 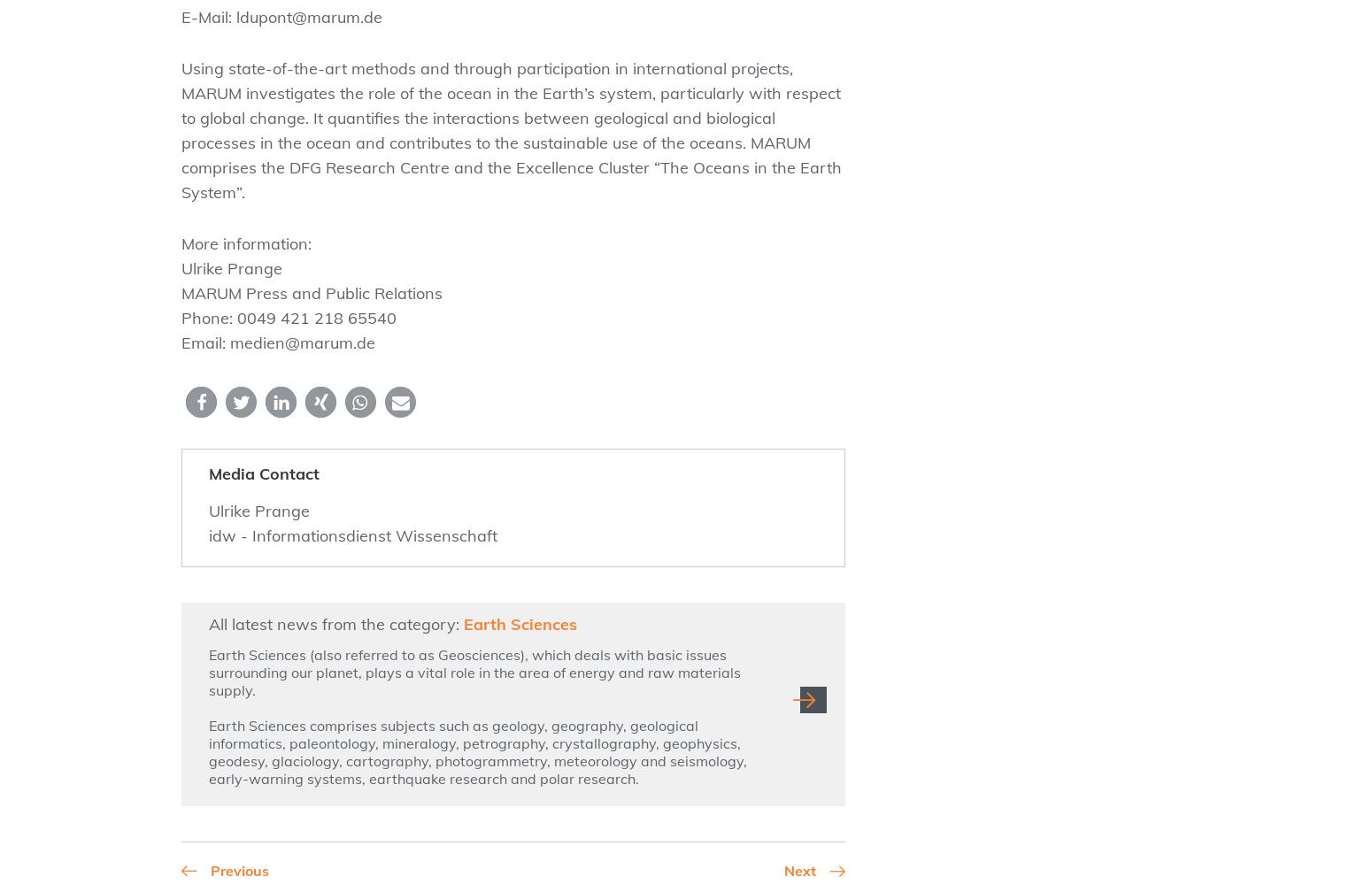 I want to click on 'Phone: 0049 421 218 65540', so click(x=181, y=318).